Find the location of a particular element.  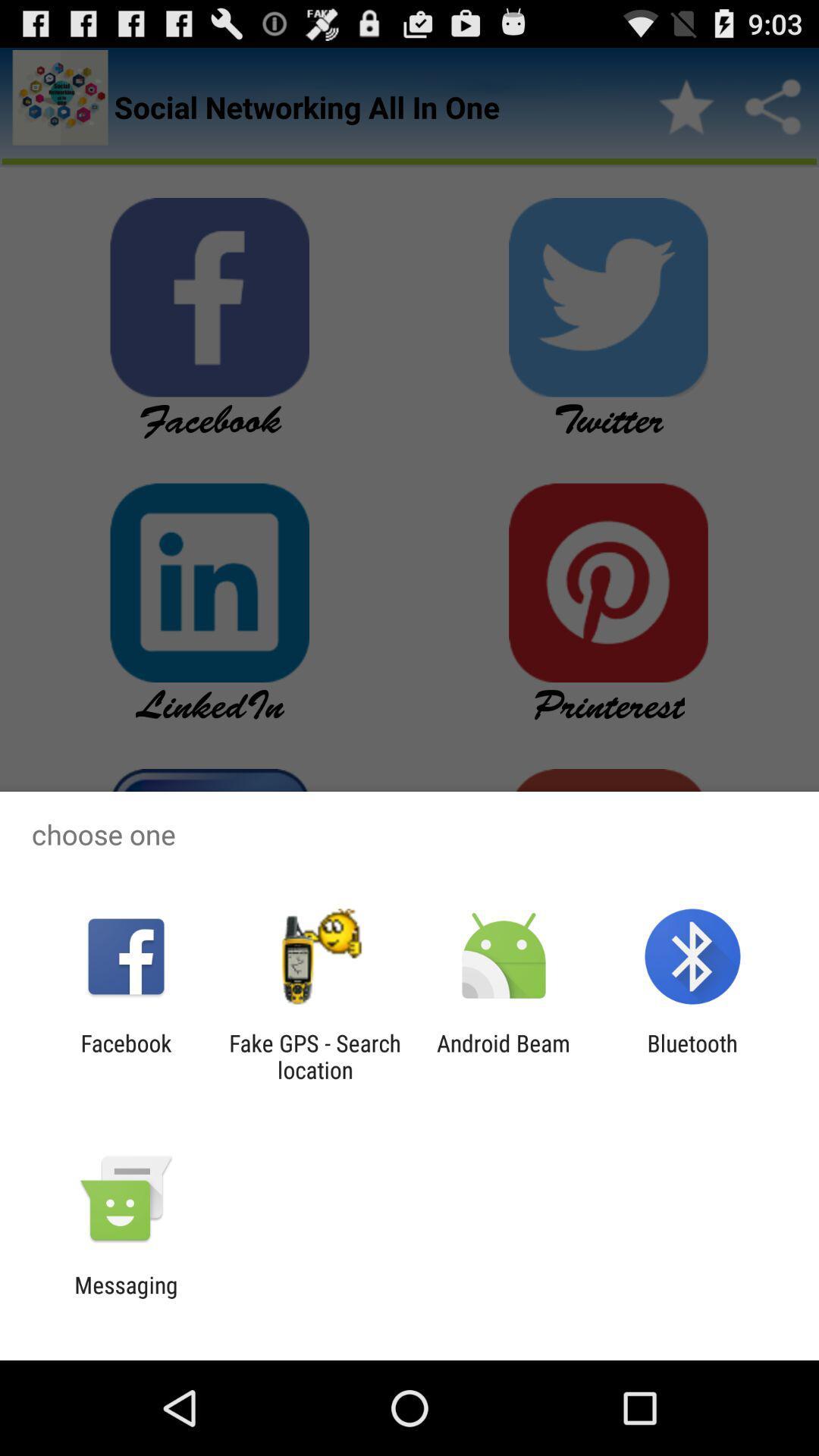

bluetooth app is located at coordinates (692, 1056).